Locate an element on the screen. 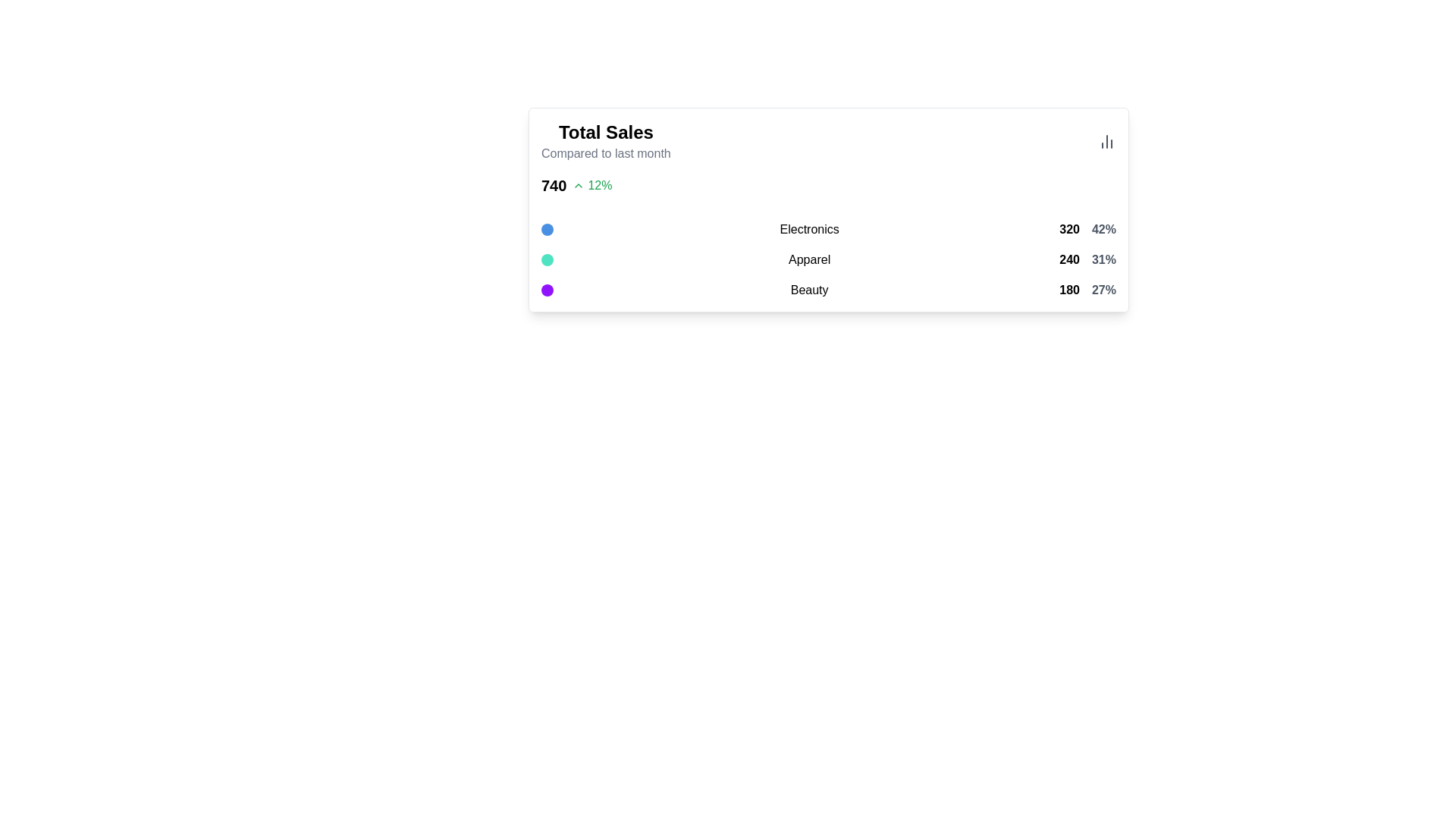 The width and height of the screenshot is (1456, 819). the upward-pointing chevron icon located to the left of the '12%' percentage text in the Total Sales card, if the functionality is available is located at coordinates (578, 185).